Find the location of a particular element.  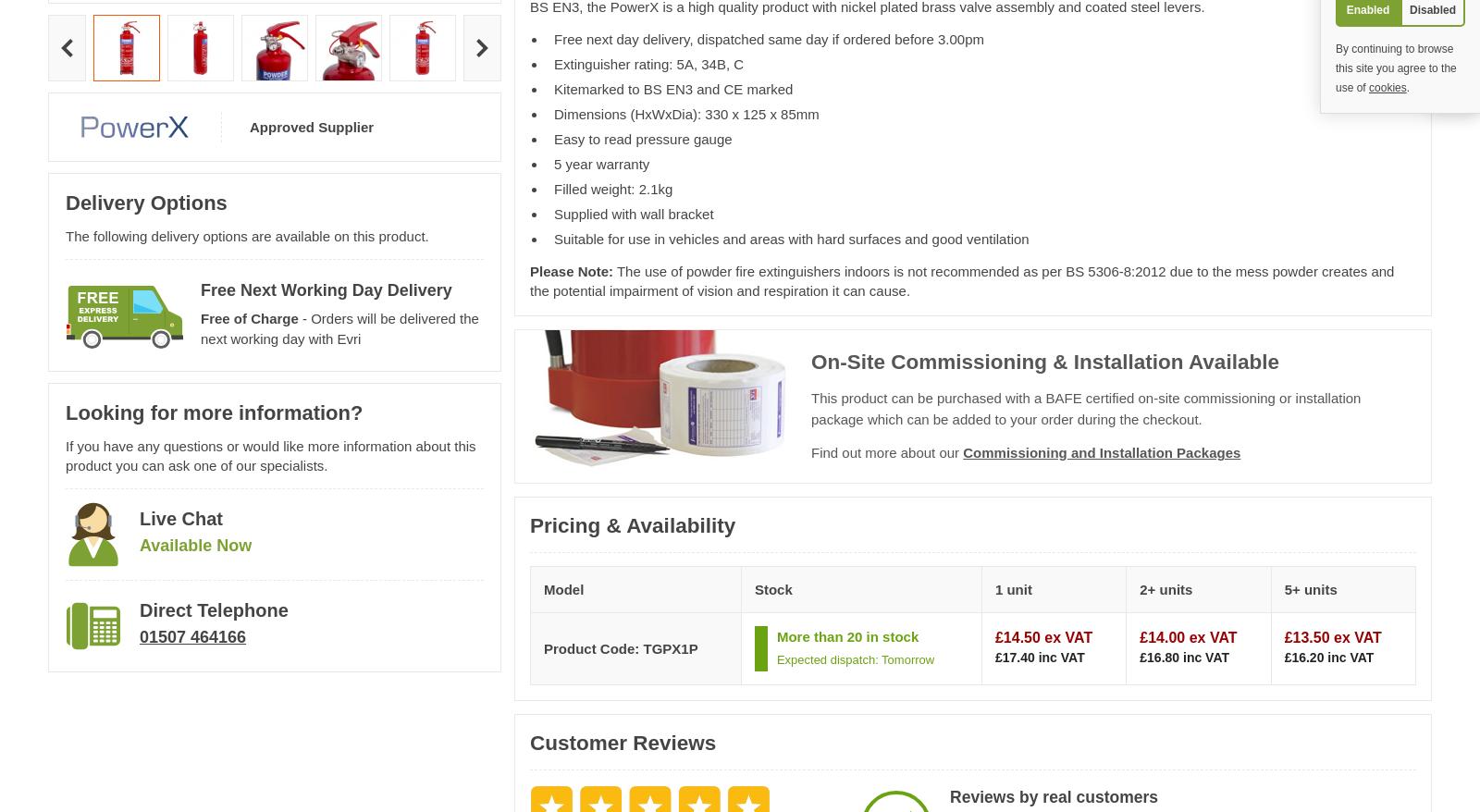

'£13.50 ex VAT' is located at coordinates (1332, 637).